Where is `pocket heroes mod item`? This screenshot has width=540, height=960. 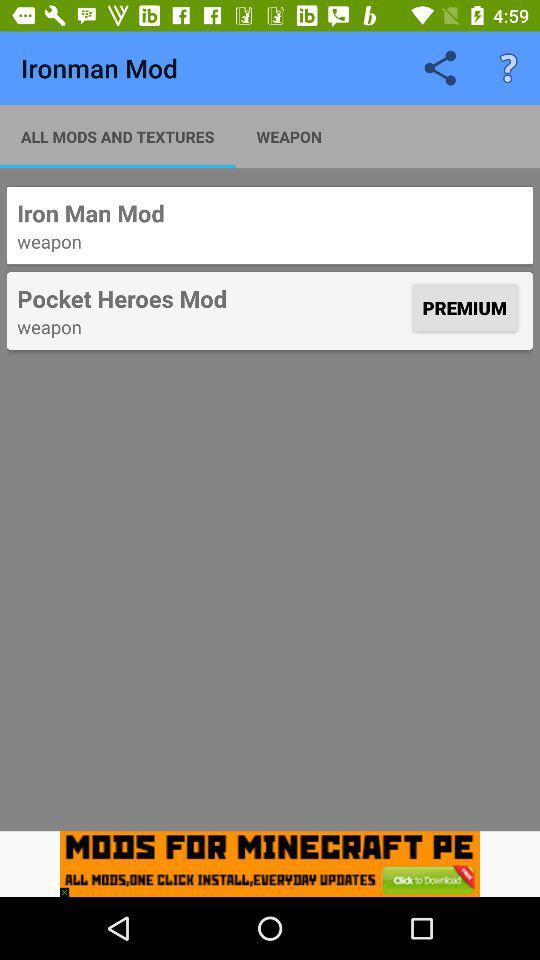
pocket heroes mod item is located at coordinates (211, 297).